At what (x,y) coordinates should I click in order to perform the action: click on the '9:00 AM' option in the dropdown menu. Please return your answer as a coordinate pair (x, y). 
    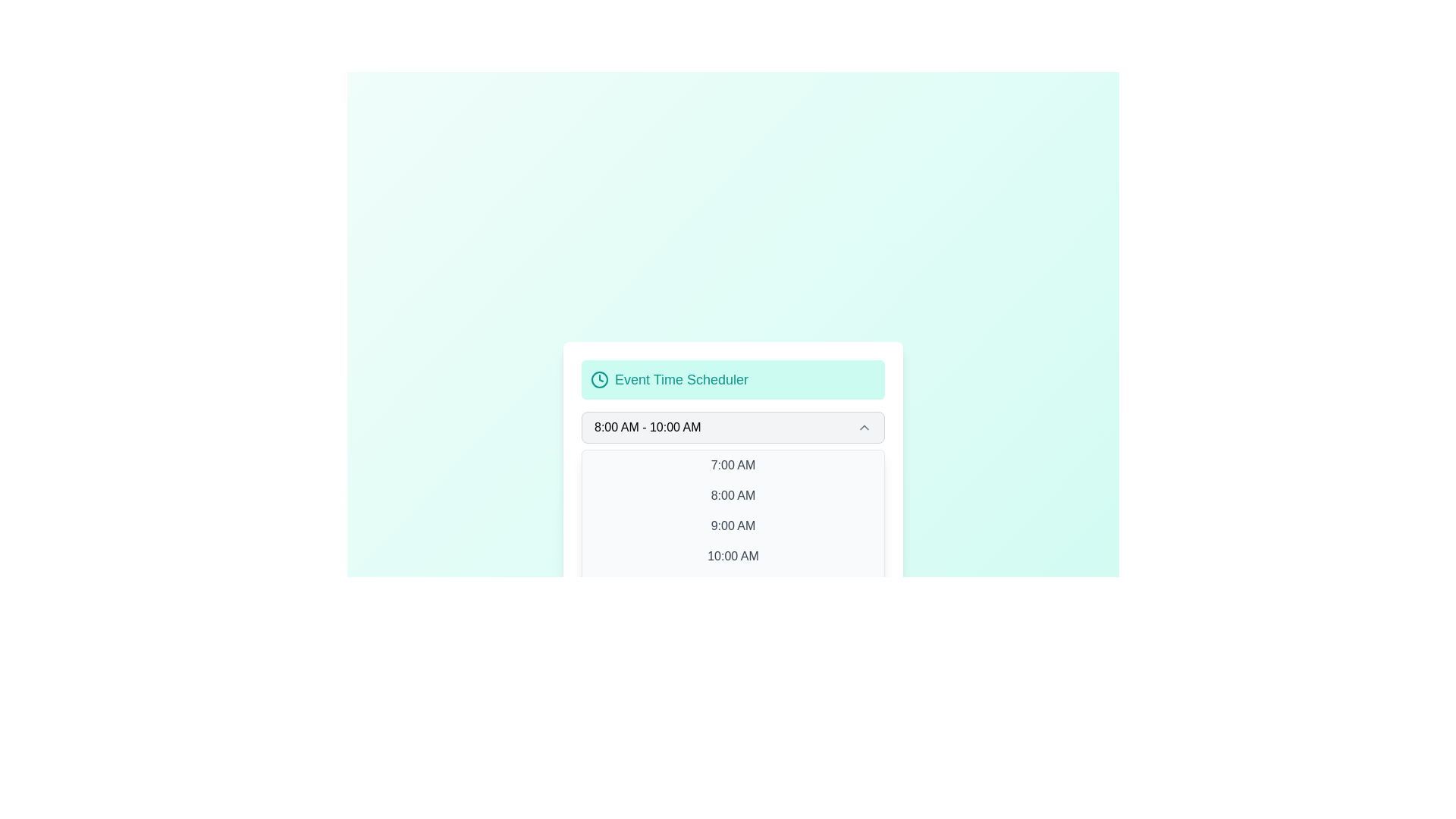
    Looking at the image, I should click on (733, 526).